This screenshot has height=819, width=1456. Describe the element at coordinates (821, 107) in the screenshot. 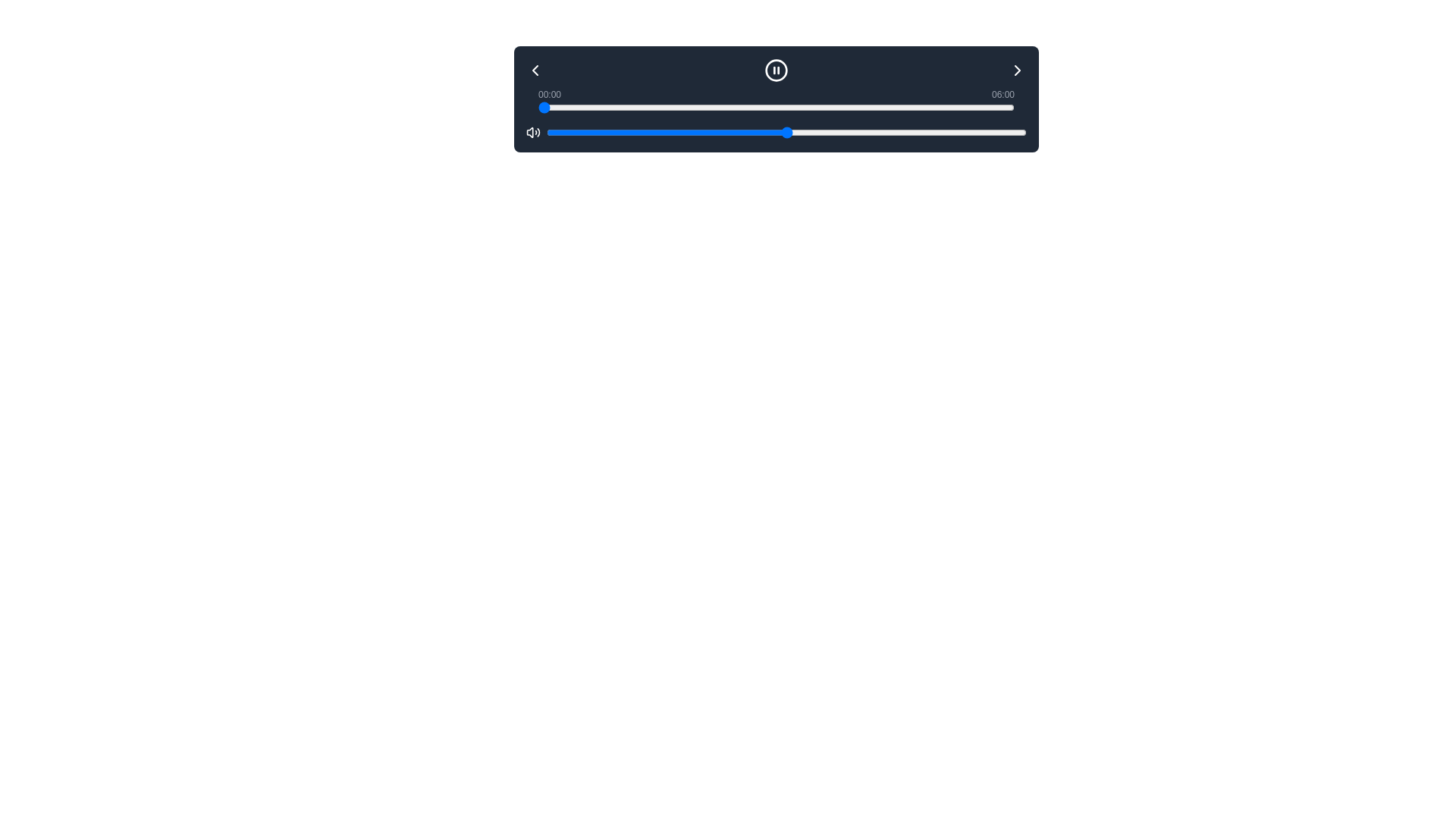

I see `the slider` at that location.